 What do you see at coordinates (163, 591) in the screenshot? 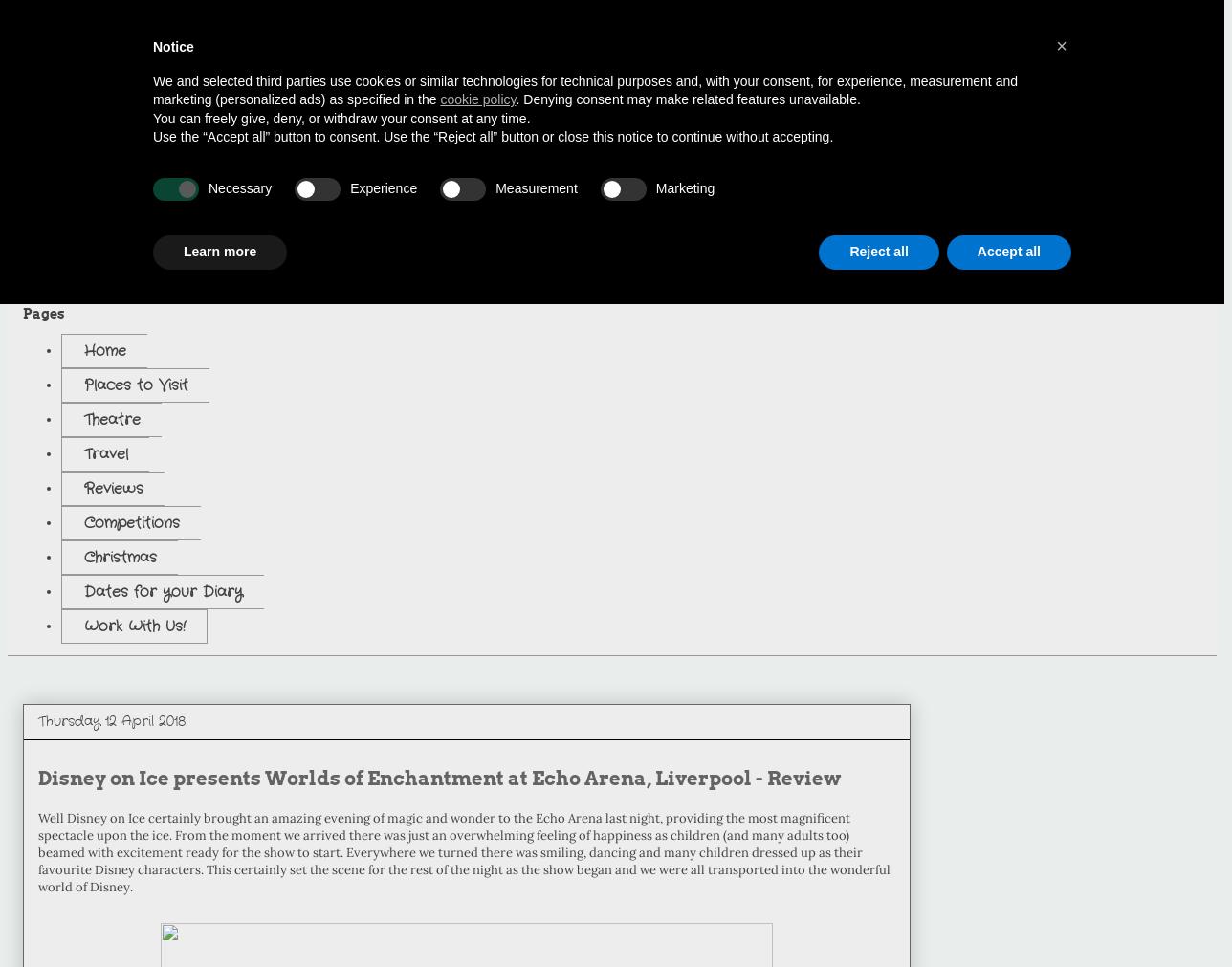
I see `'Dates for your Diary'` at bounding box center [163, 591].